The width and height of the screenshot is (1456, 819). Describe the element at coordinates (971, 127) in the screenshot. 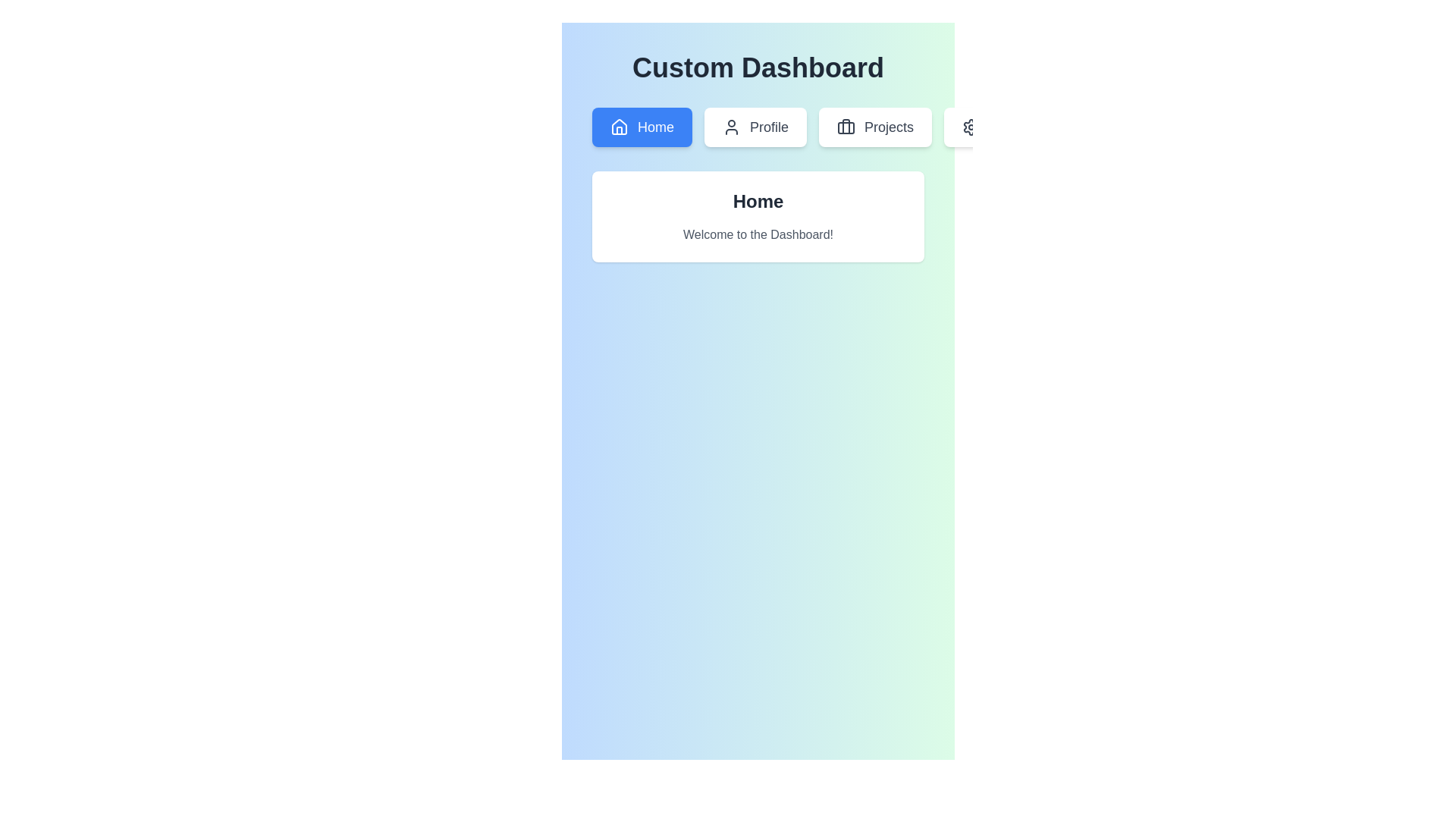

I see `the gear icon representing the settings feature, located in the top right corner of the dashboard, adjacent to the 'Projects' button` at that location.